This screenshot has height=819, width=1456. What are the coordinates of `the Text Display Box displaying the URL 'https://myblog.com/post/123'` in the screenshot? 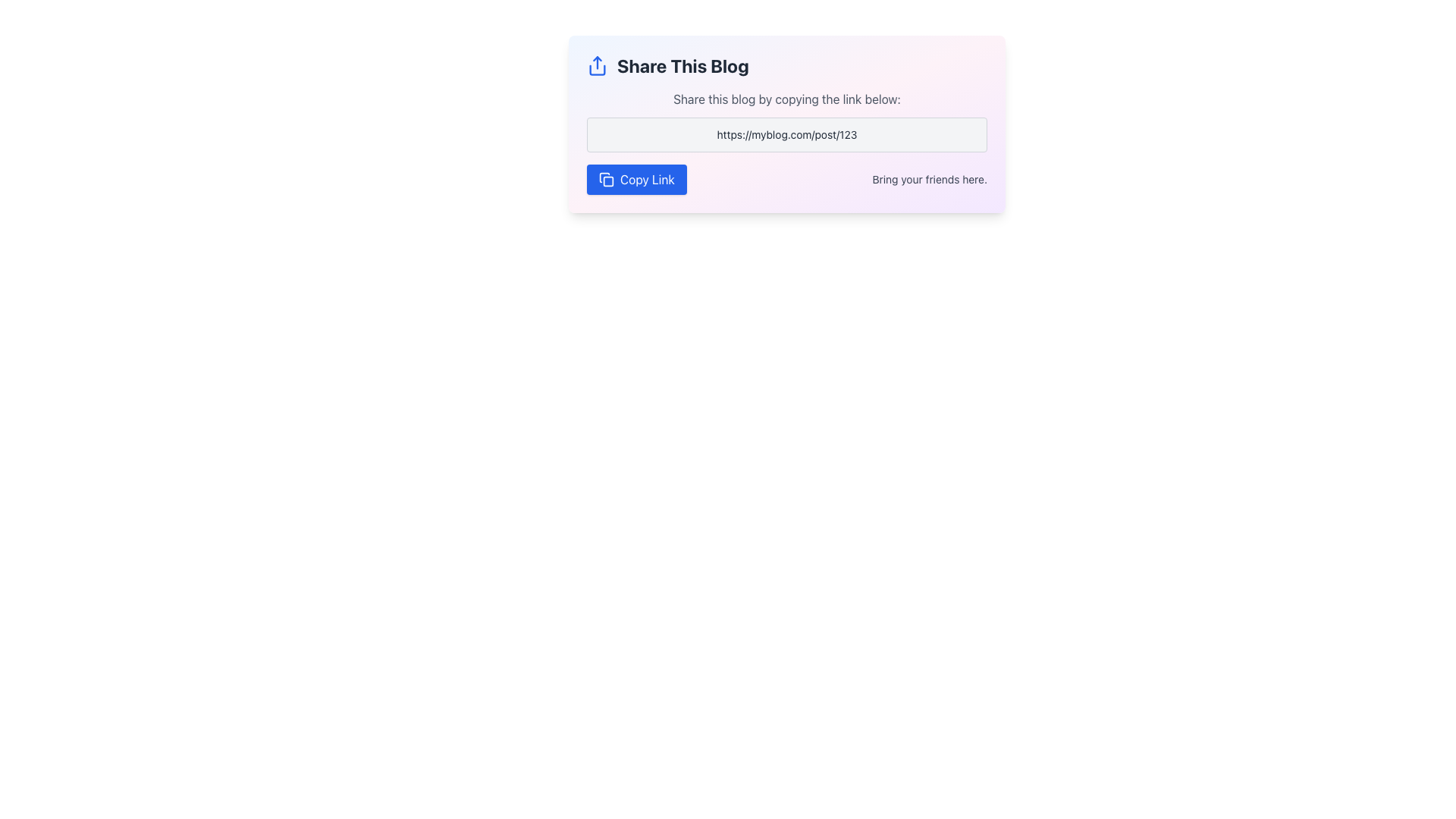 It's located at (786, 133).